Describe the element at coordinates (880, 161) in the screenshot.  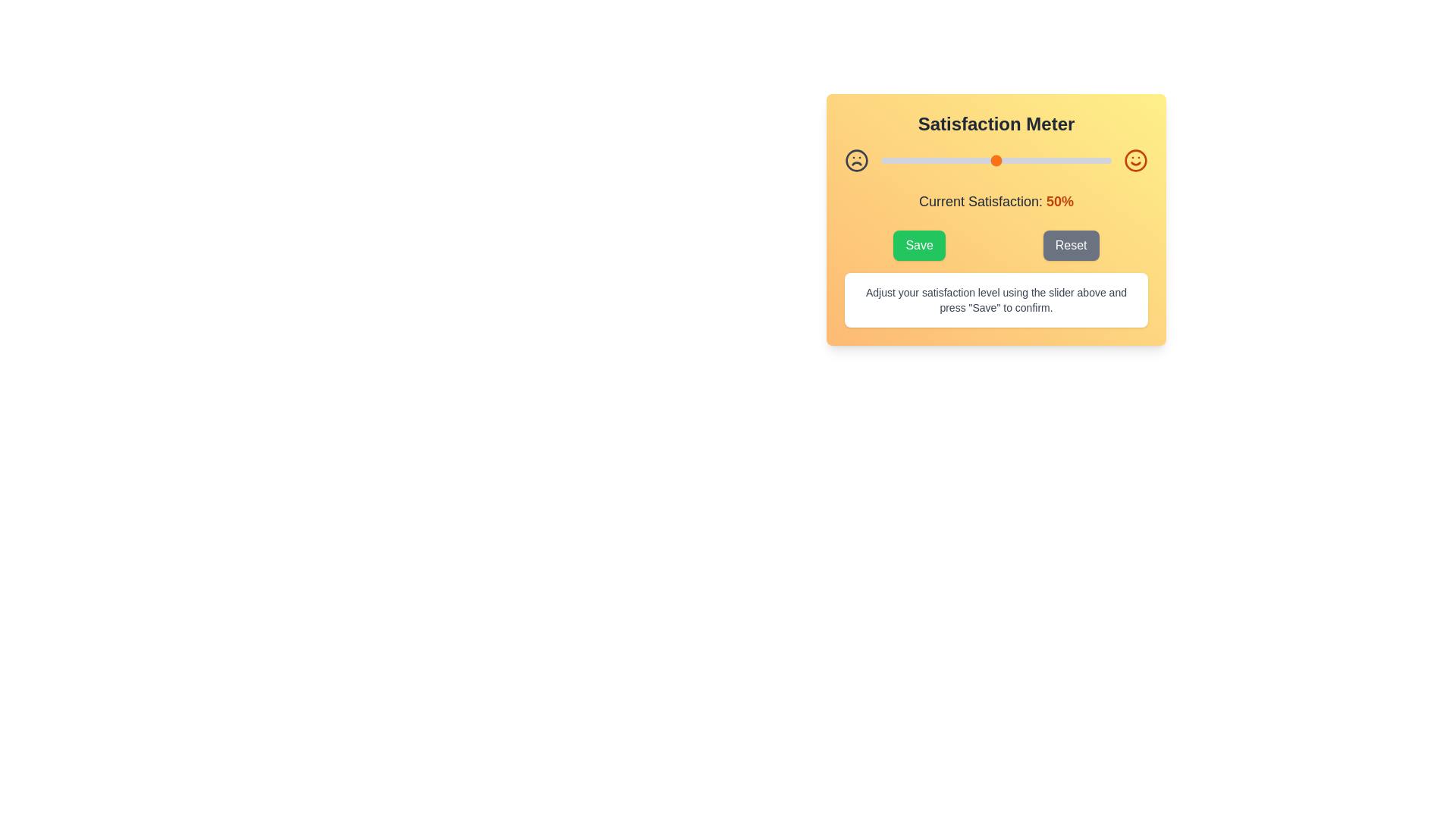
I see `the slider to 0% satisfaction` at that location.